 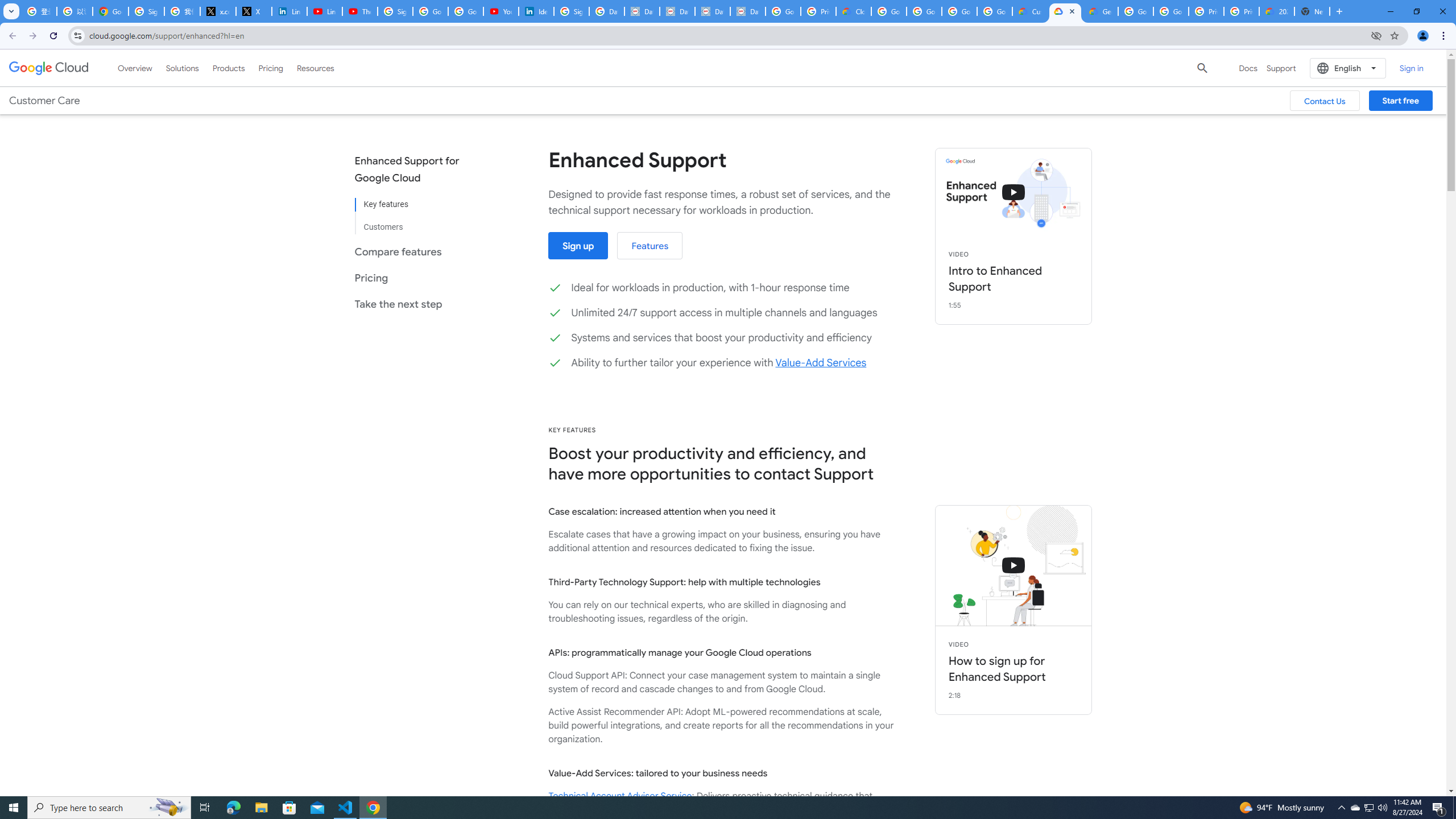 What do you see at coordinates (1400, 100) in the screenshot?
I see `'Start free'` at bounding box center [1400, 100].